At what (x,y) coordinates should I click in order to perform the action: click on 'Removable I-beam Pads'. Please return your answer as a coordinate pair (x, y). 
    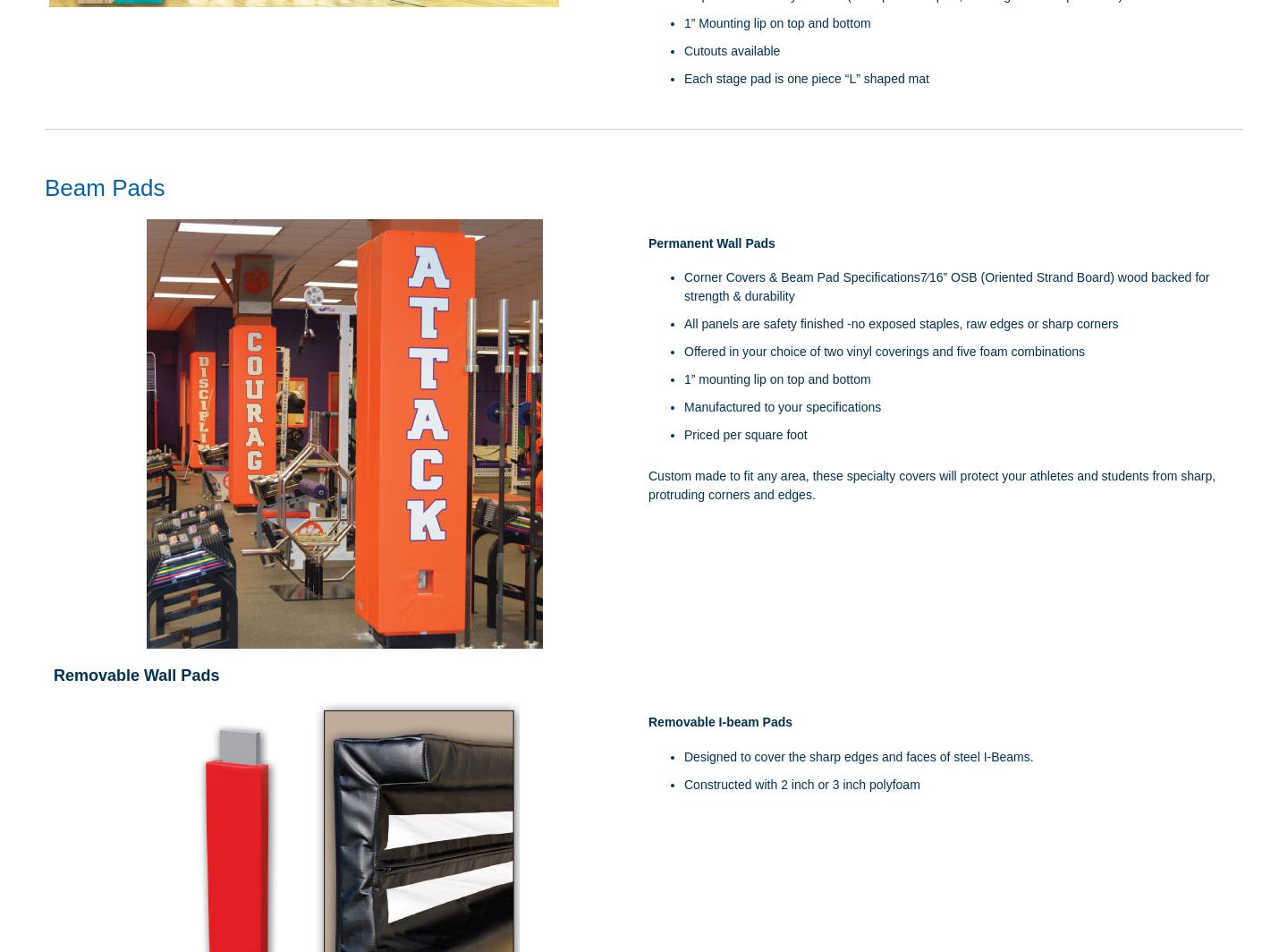
    Looking at the image, I should click on (720, 722).